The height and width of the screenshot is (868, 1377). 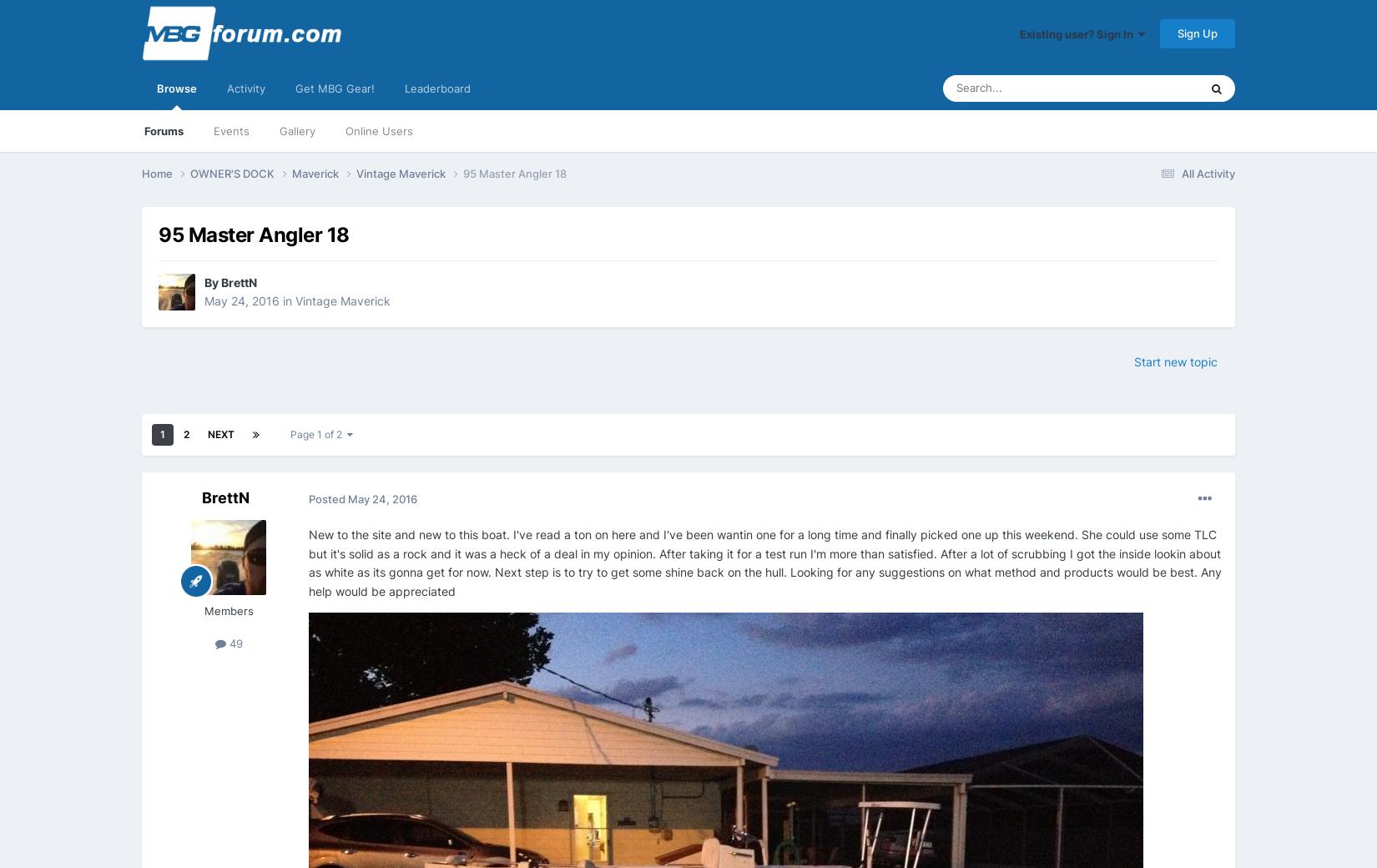 What do you see at coordinates (1088, 285) in the screenshot?
I see `'Images'` at bounding box center [1088, 285].